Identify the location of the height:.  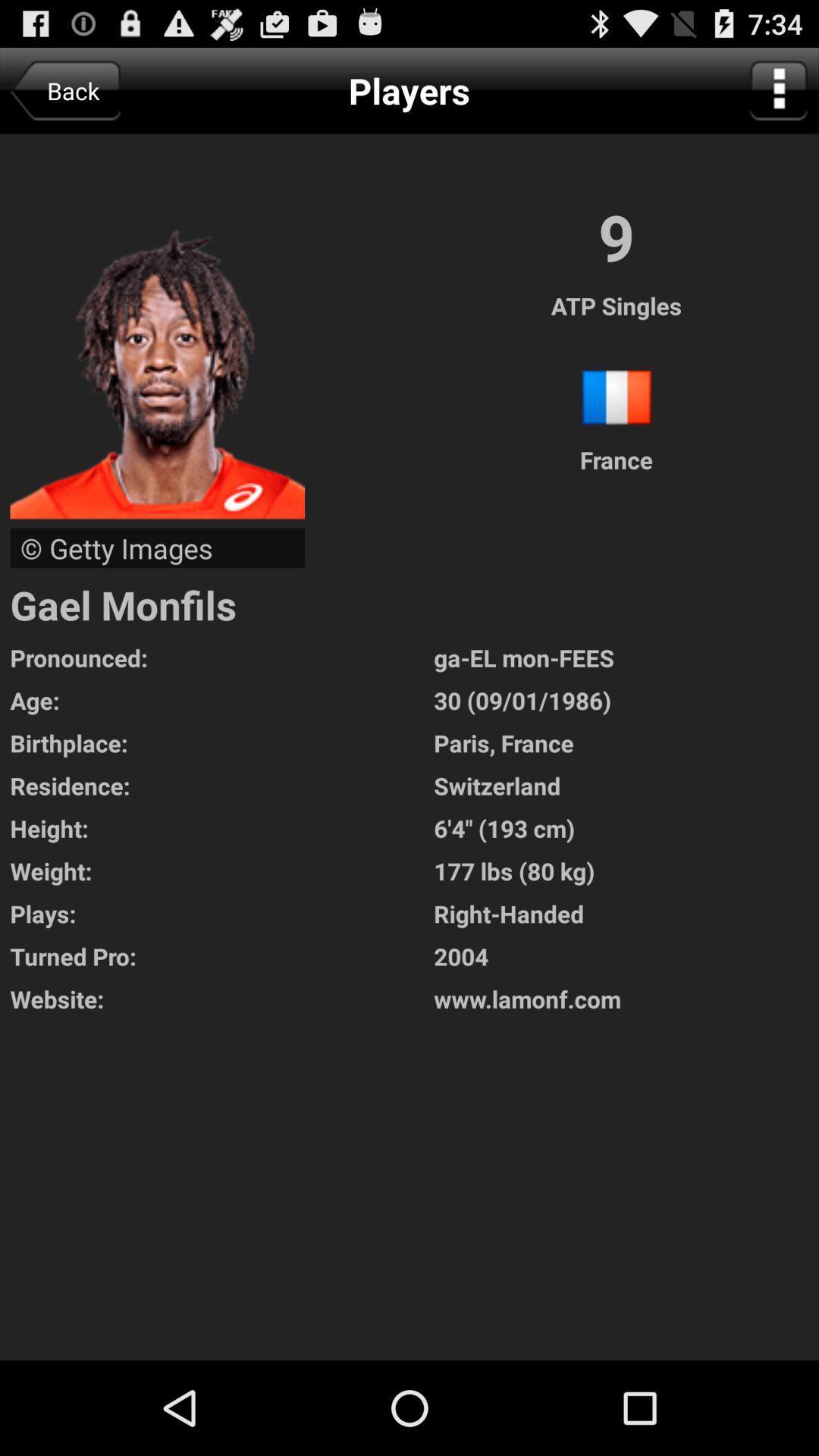
(221, 827).